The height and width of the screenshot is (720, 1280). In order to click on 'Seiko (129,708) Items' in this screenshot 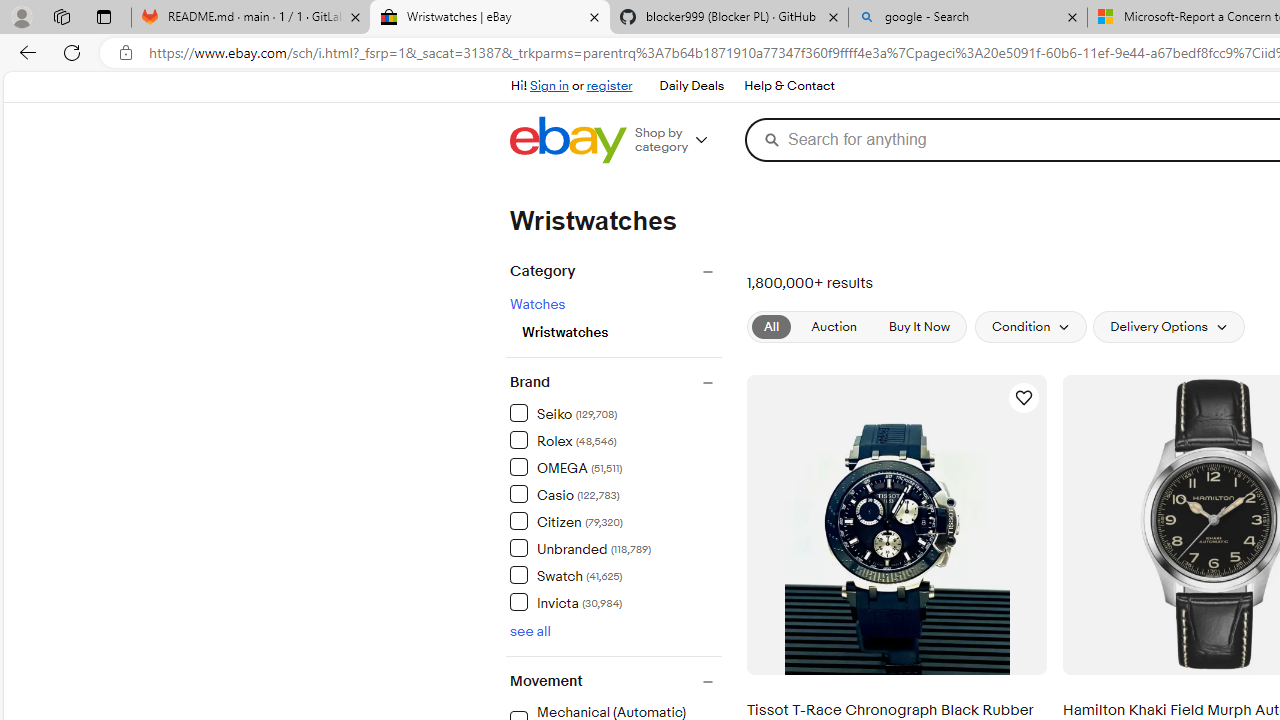, I will do `click(562, 411)`.